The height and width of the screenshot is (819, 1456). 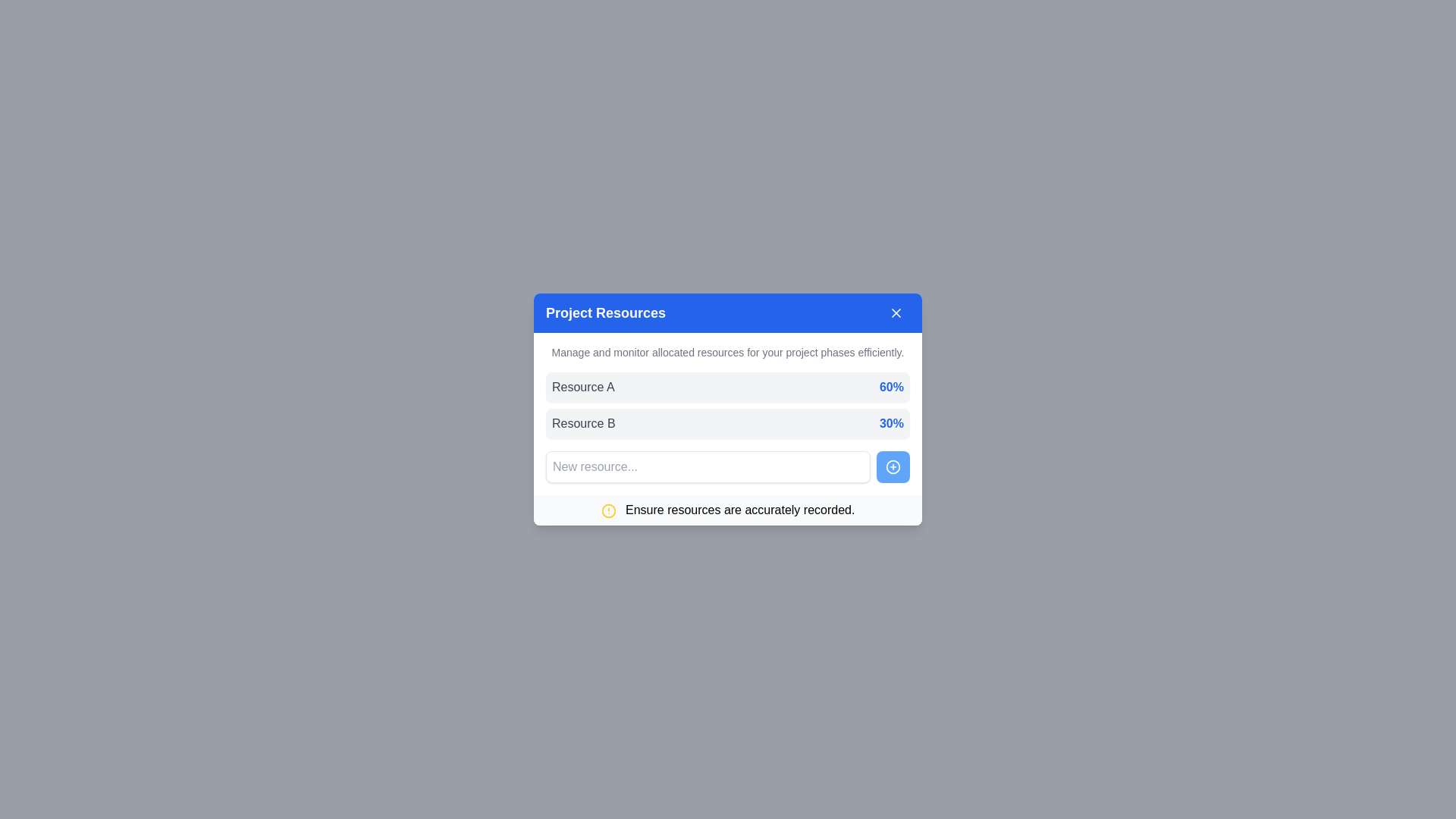 I want to click on the static text label reading 'Resource B' located in the second row of a list-like layout within a modal window, so click(x=582, y=424).